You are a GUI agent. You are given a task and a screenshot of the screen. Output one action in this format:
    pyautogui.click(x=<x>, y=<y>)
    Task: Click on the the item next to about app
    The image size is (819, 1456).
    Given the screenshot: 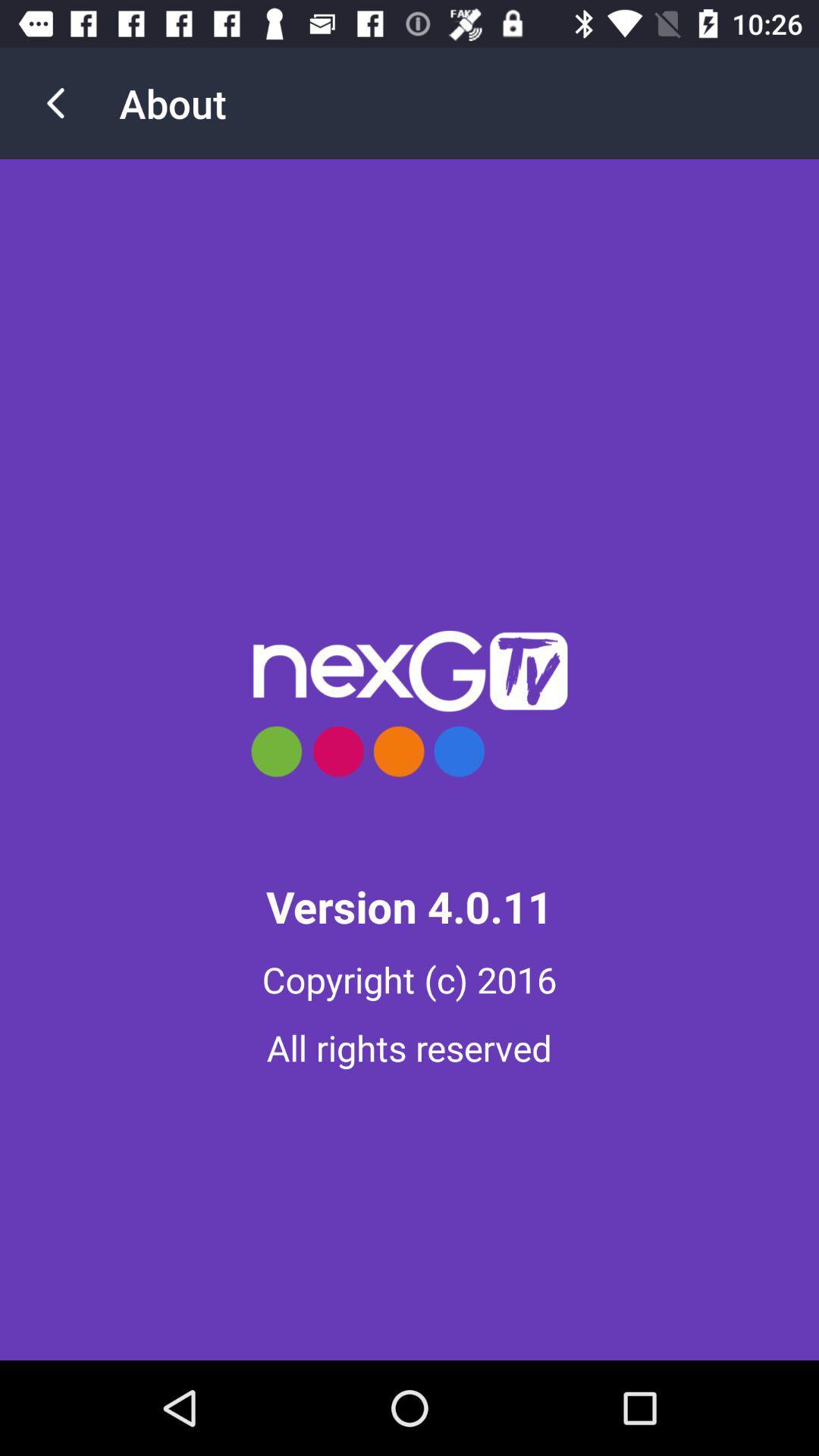 What is the action you would take?
    pyautogui.click(x=55, y=102)
    